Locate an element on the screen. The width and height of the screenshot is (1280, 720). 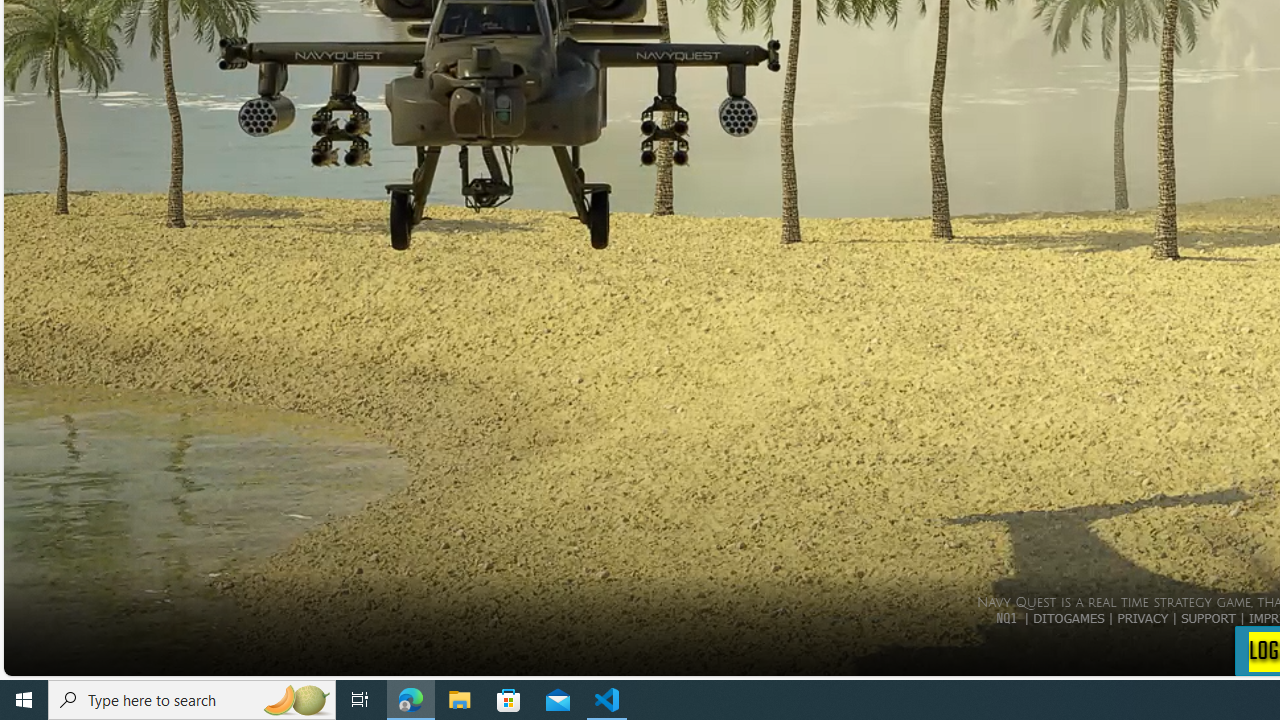
'SUPPORT' is located at coordinates (1207, 616).